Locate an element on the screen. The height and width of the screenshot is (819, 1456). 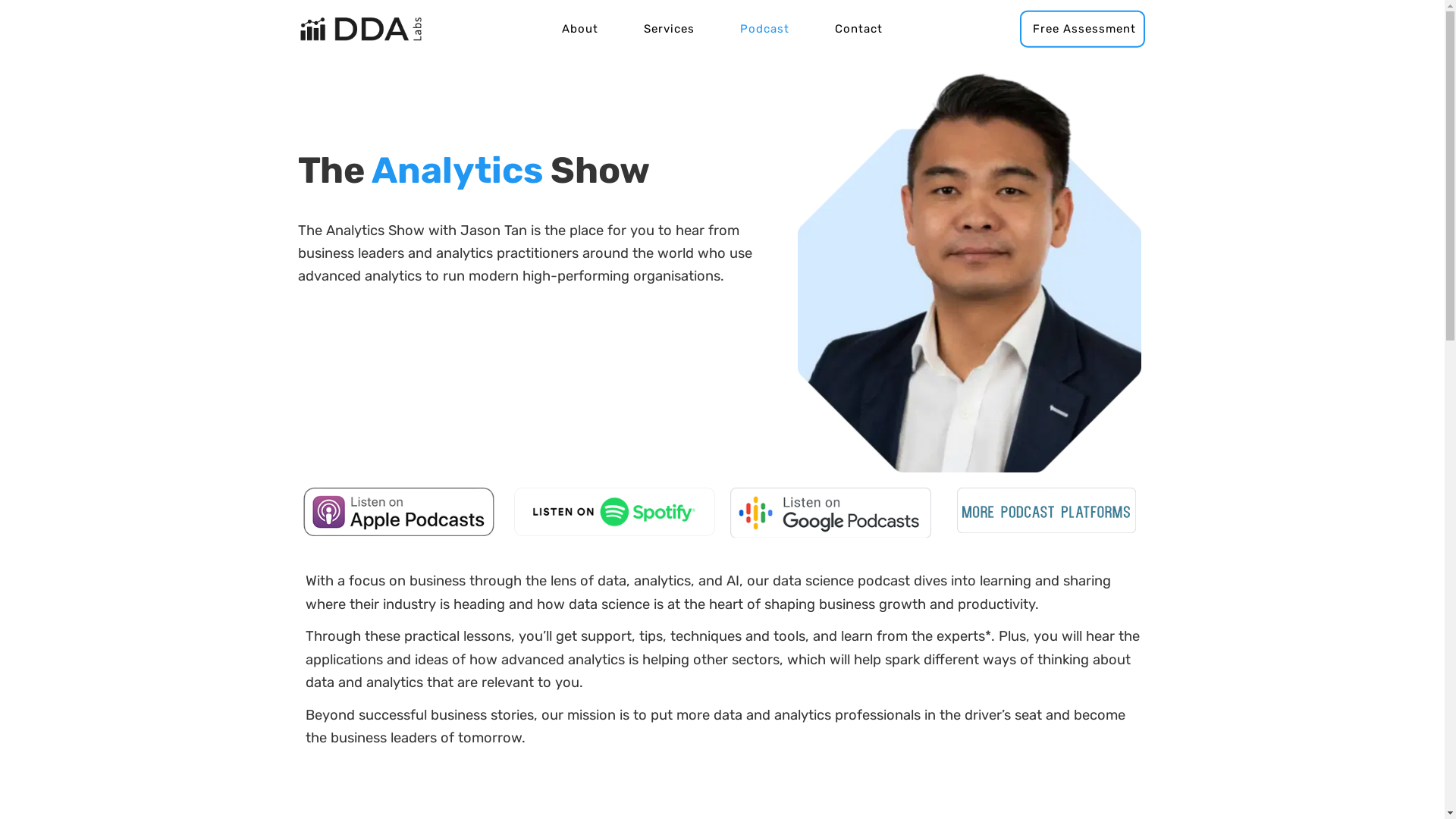
'Services' is located at coordinates (668, 29).